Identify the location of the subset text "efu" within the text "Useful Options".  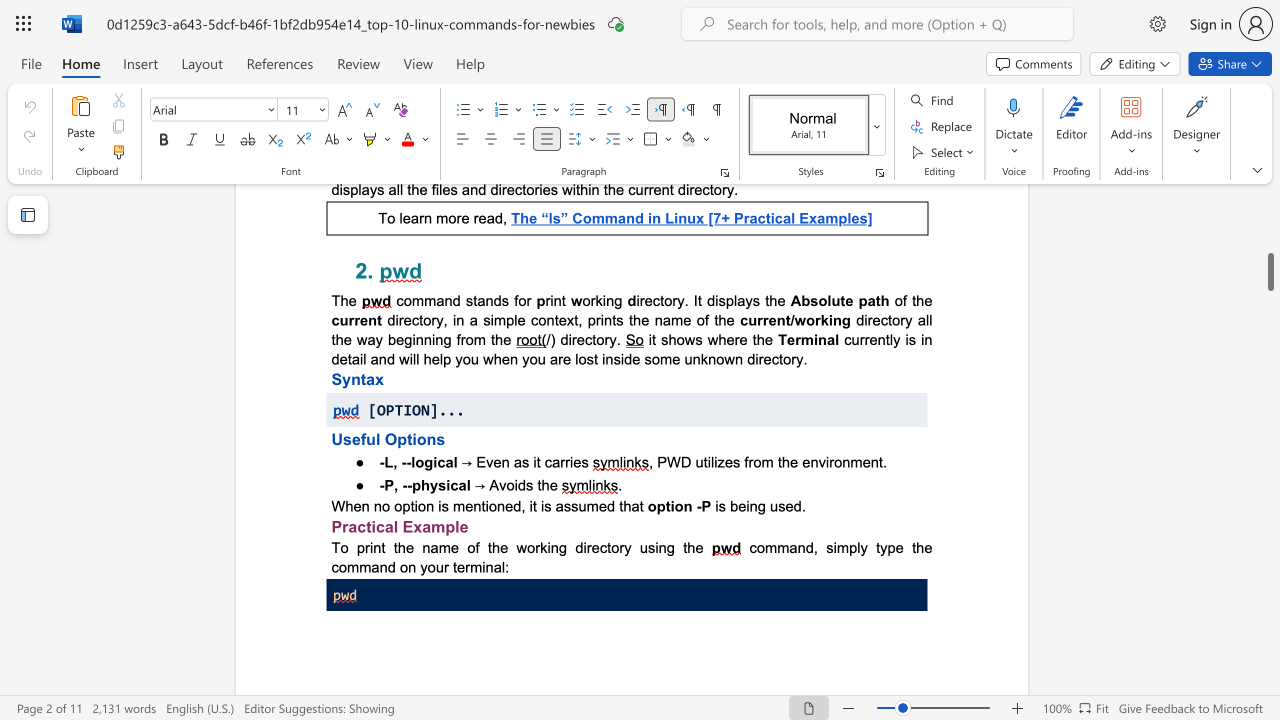
(352, 438).